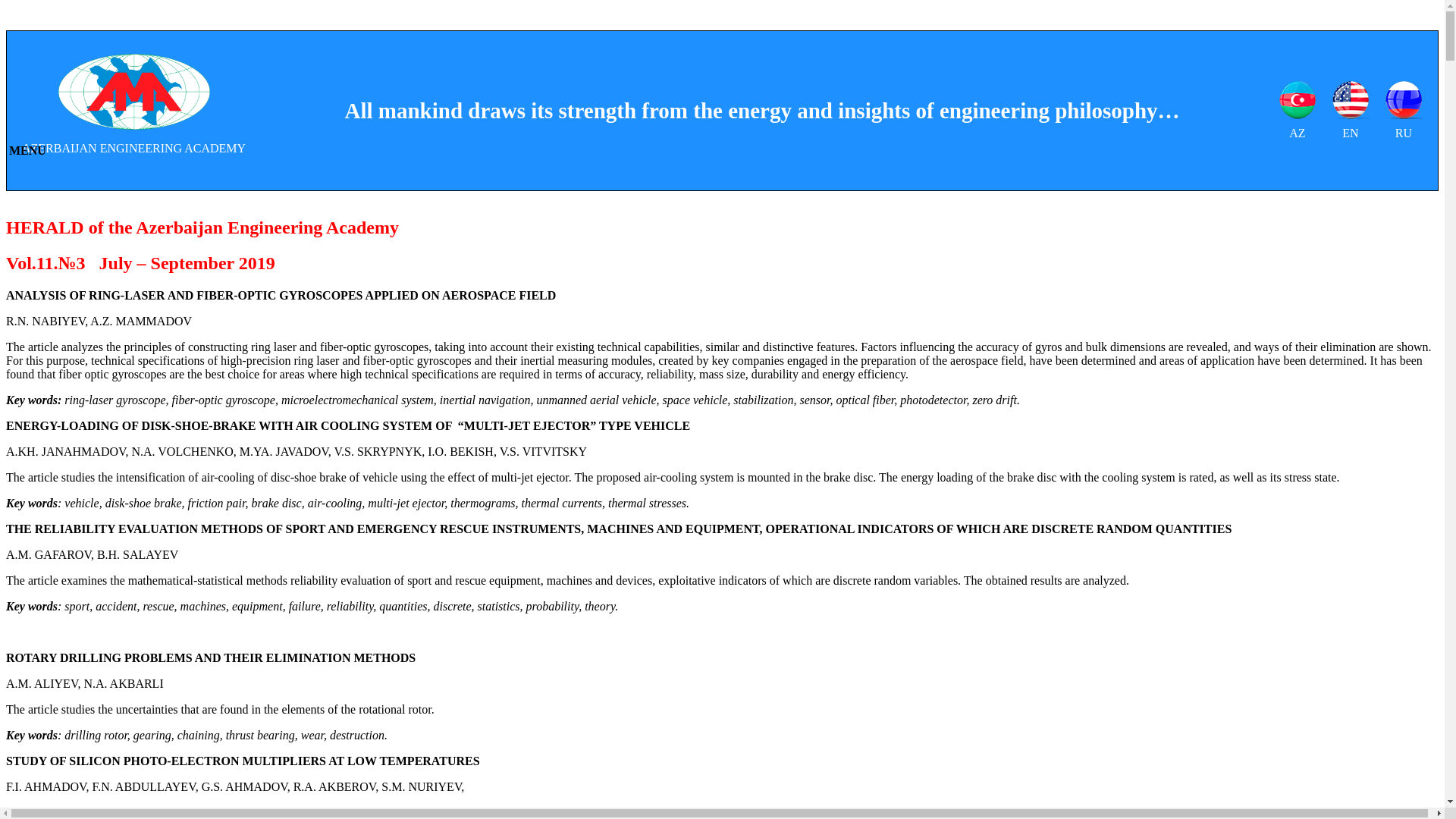 The height and width of the screenshot is (819, 1456). I want to click on 'AZ', so click(1277, 110).